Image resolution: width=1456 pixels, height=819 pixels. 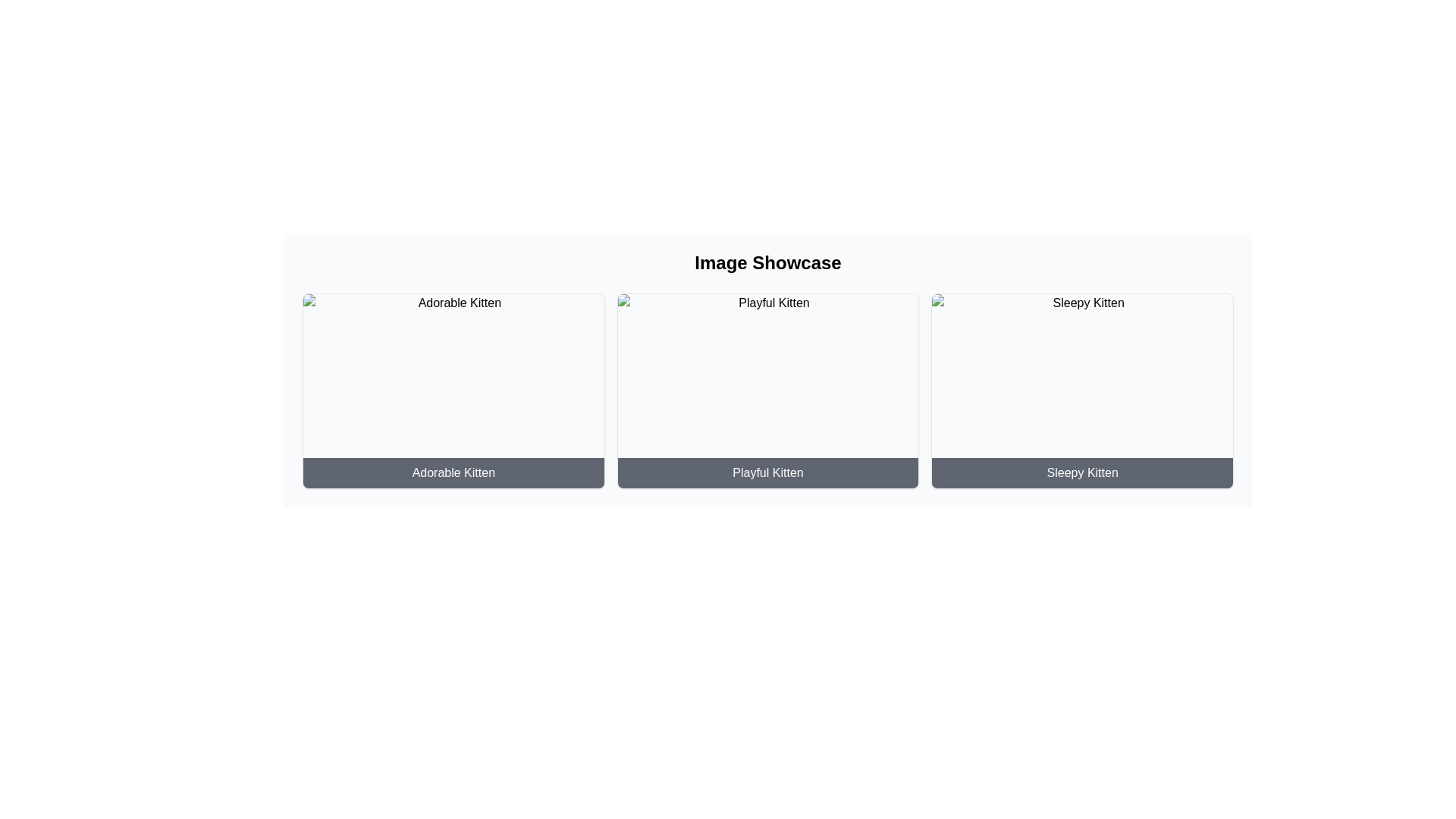 I want to click on the adorable kitten image, which is the first image in a row of three, so click(x=453, y=391).